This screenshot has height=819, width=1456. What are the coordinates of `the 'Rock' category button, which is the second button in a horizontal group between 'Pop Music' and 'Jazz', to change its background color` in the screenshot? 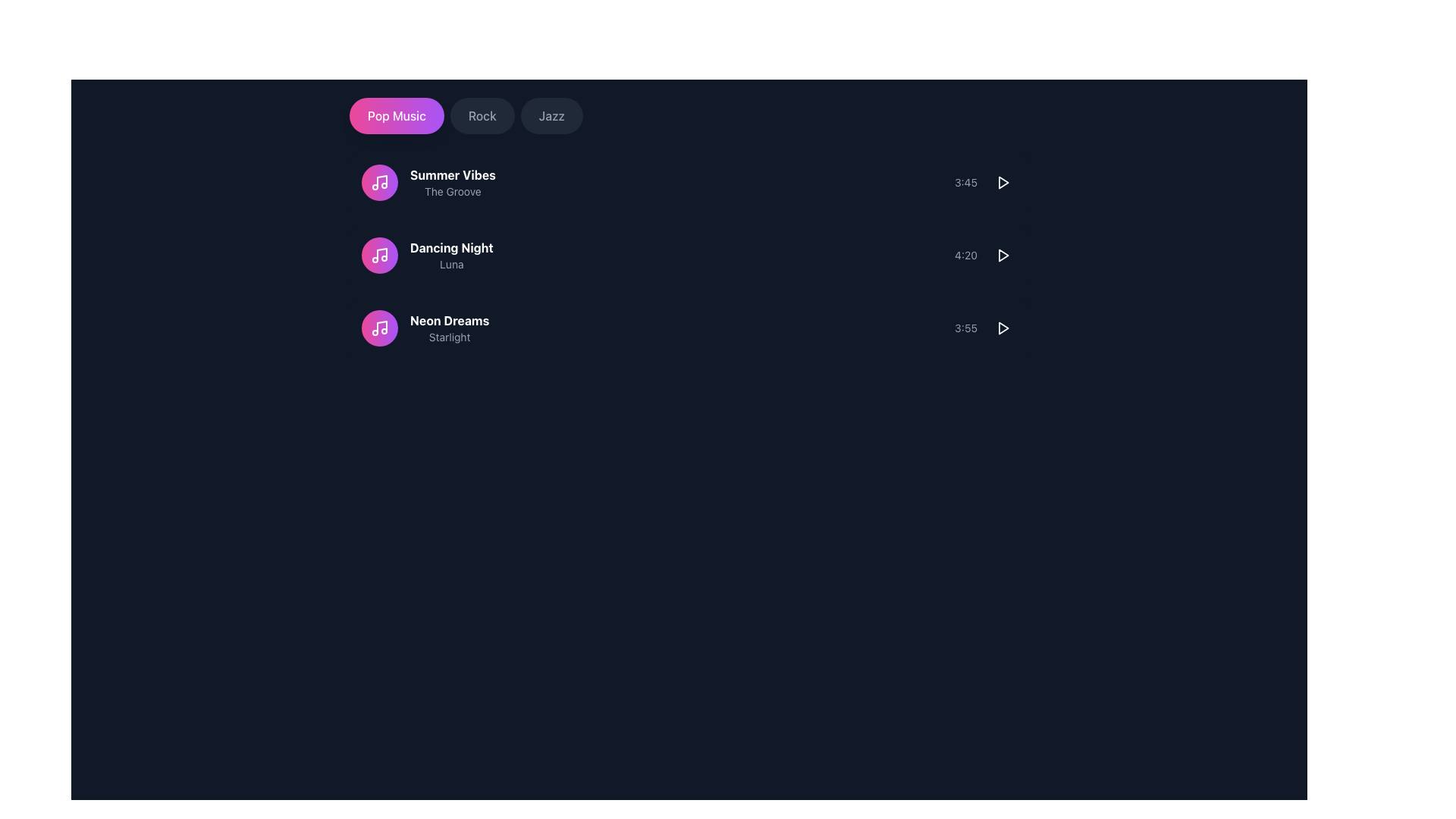 It's located at (482, 115).